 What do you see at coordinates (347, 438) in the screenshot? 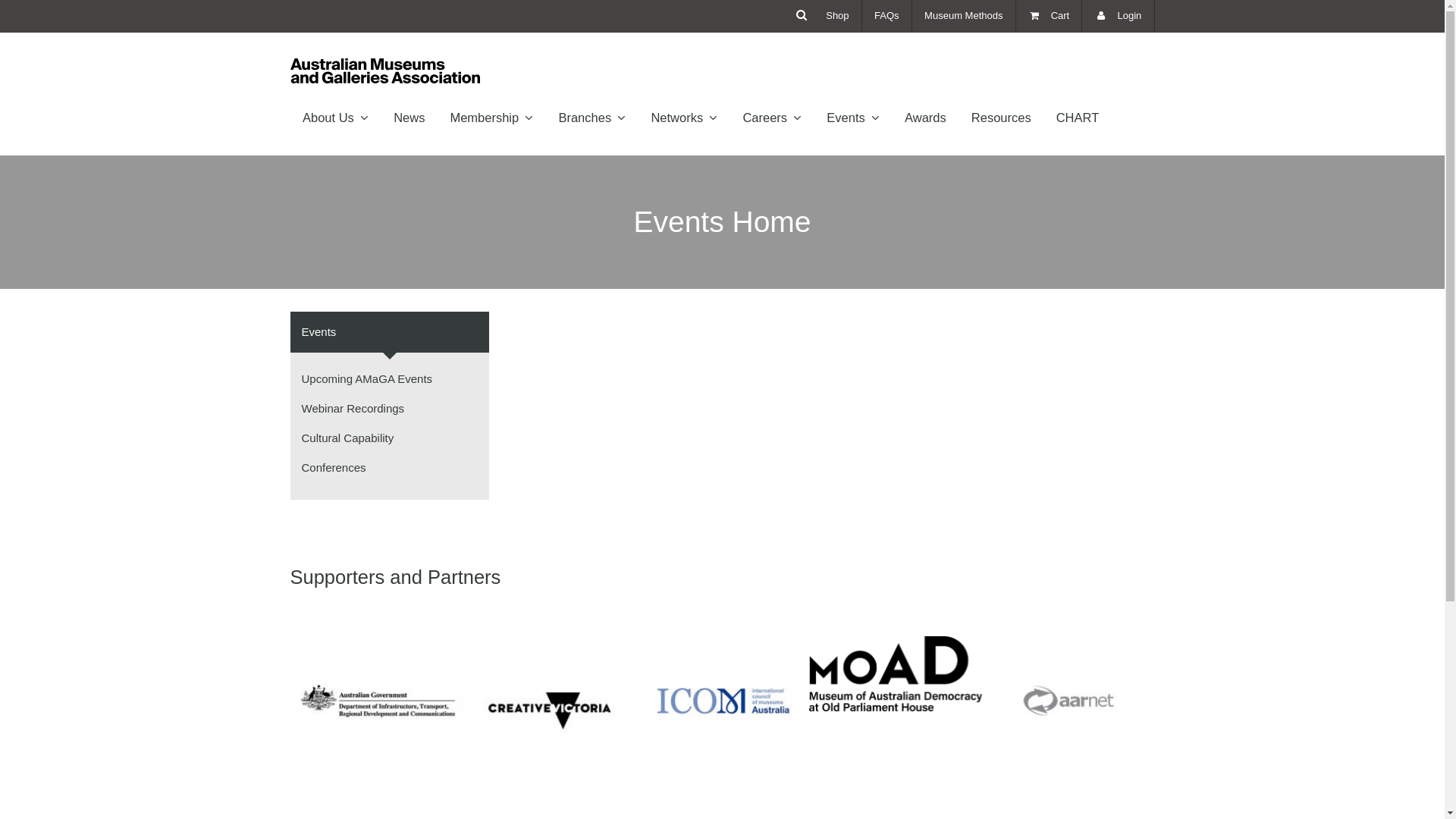
I see `'Cultural Capability'` at bounding box center [347, 438].